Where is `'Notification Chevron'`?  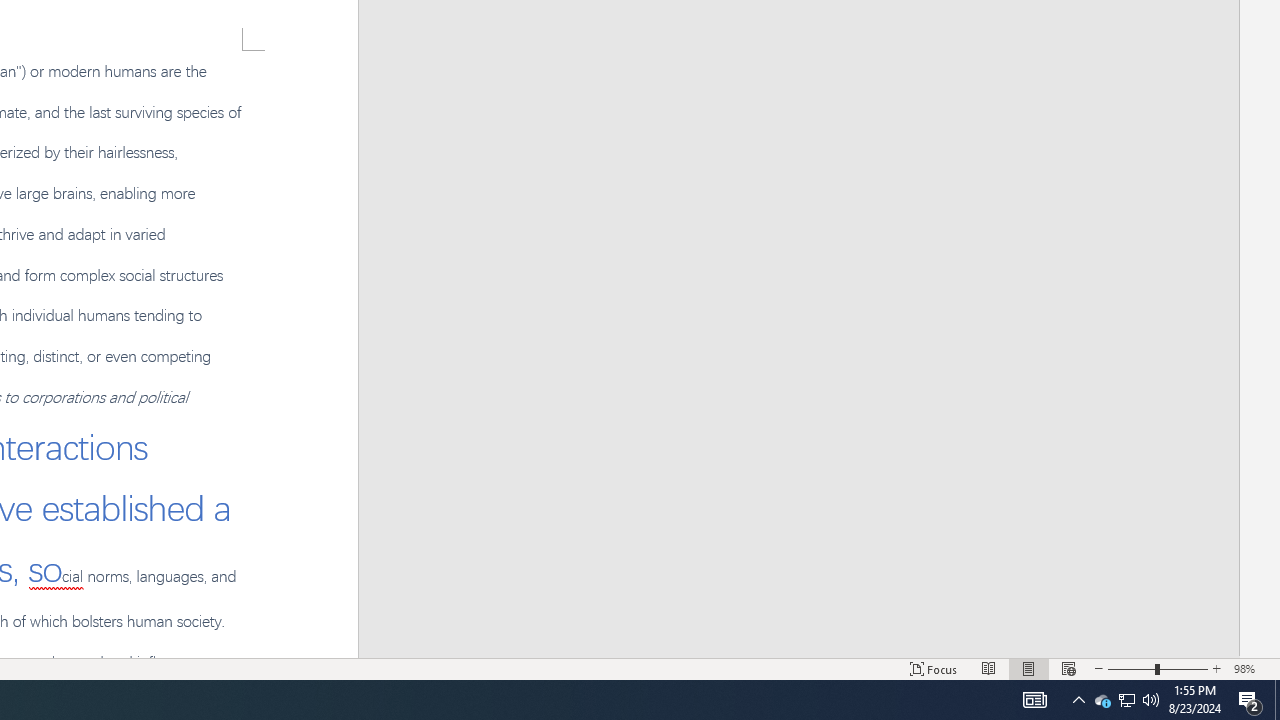
'Notification Chevron' is located at coordinates (1078, 698).